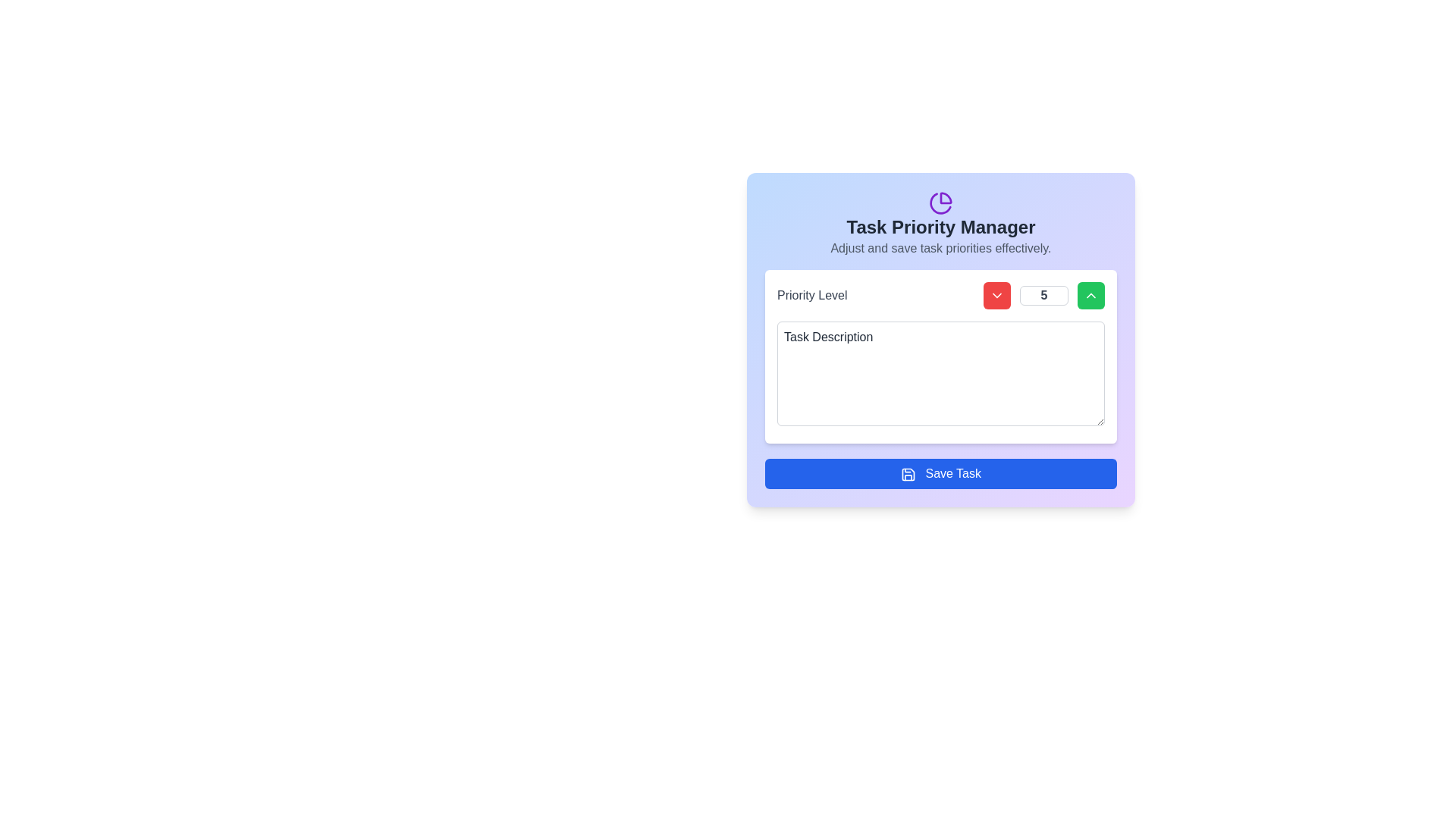 The height and width of the screenshot is (819, 1456). What do you see at coordinates (1090, 295) in the screenshot?
I see `the chevron-up icon, which is a white triangular shape located at the center of a bright green rectangular button, to increment a value` at bounding box center [1090, 295].